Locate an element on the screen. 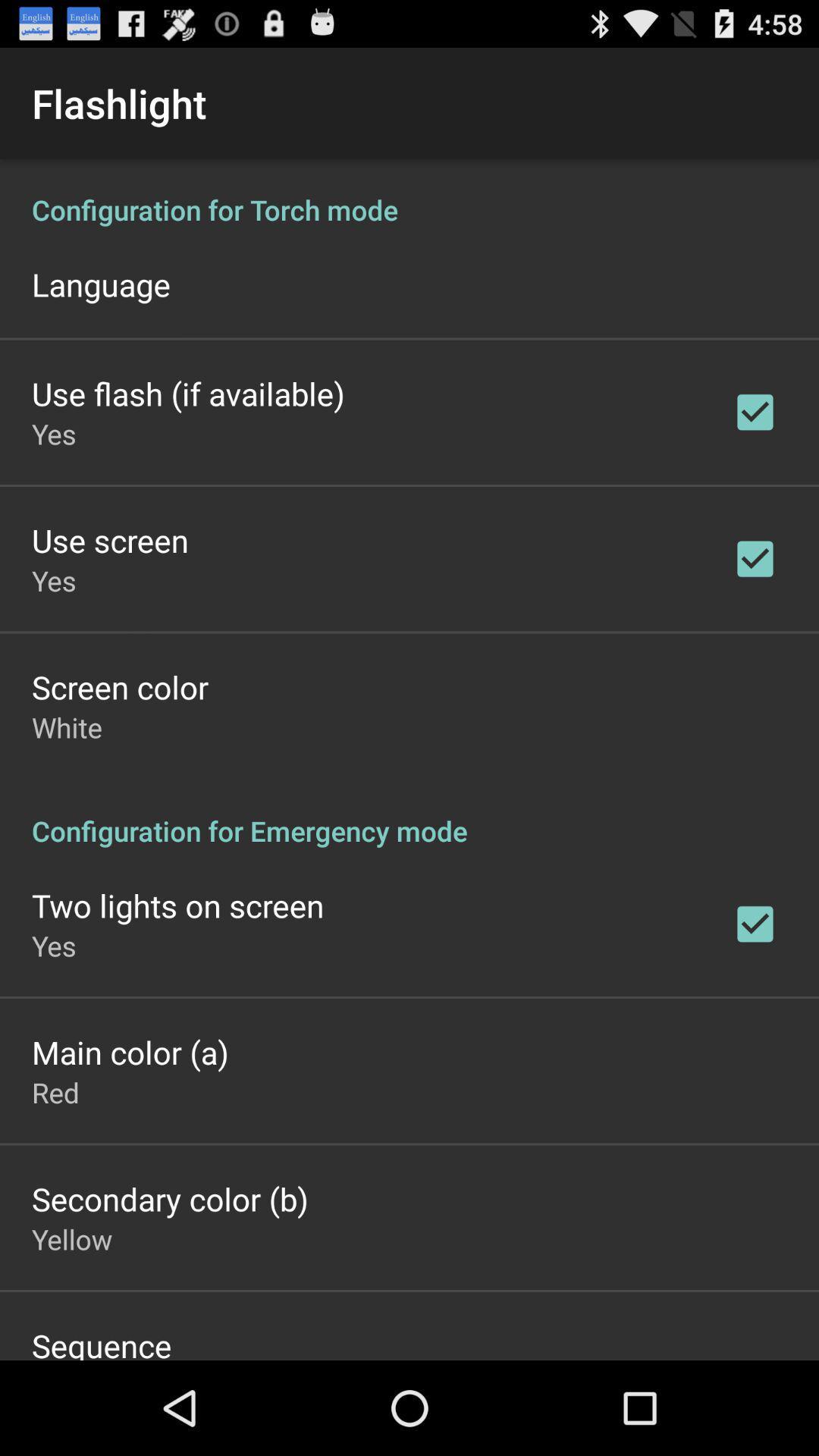 The height and width of the screenshot is (1456, 819). the app above yes is located at coordinates (177, 905).